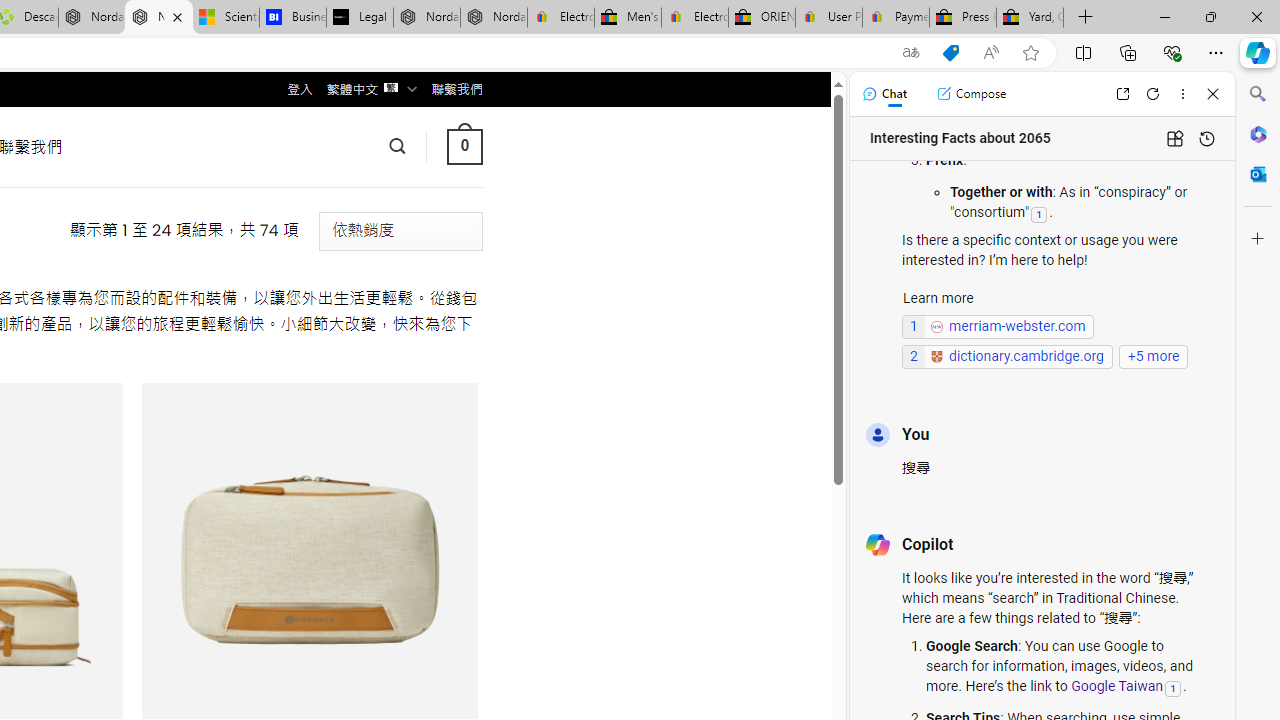  What do you see at coordinates (463, 145) in the screenshot?
I see `'  0  '` at bounding box center [463, 145].